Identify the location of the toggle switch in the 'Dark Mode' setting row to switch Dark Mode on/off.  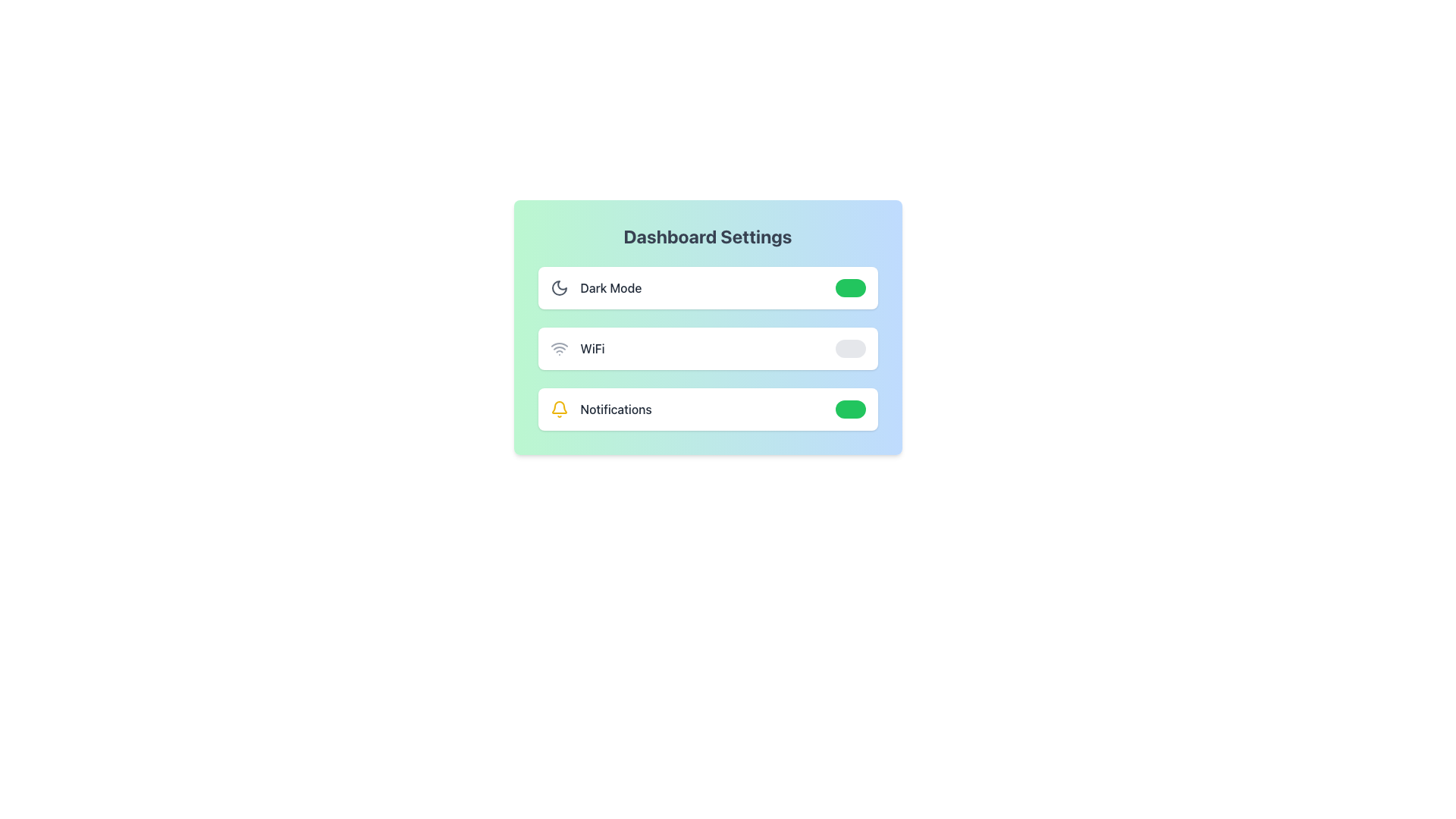
(707, 288).